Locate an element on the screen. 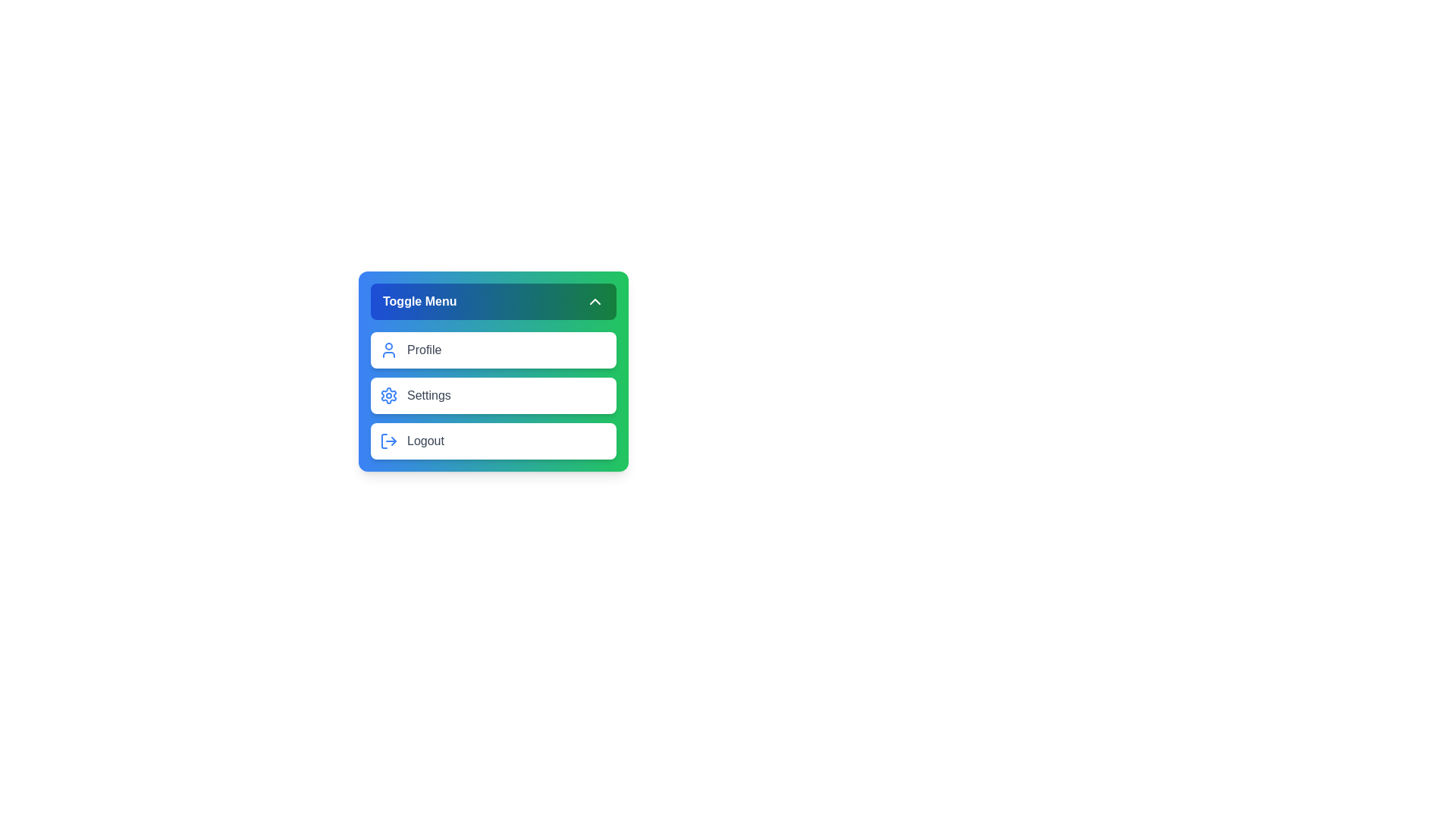  the menu item Settings to view its hover effects is located at coordinates (494, 394).